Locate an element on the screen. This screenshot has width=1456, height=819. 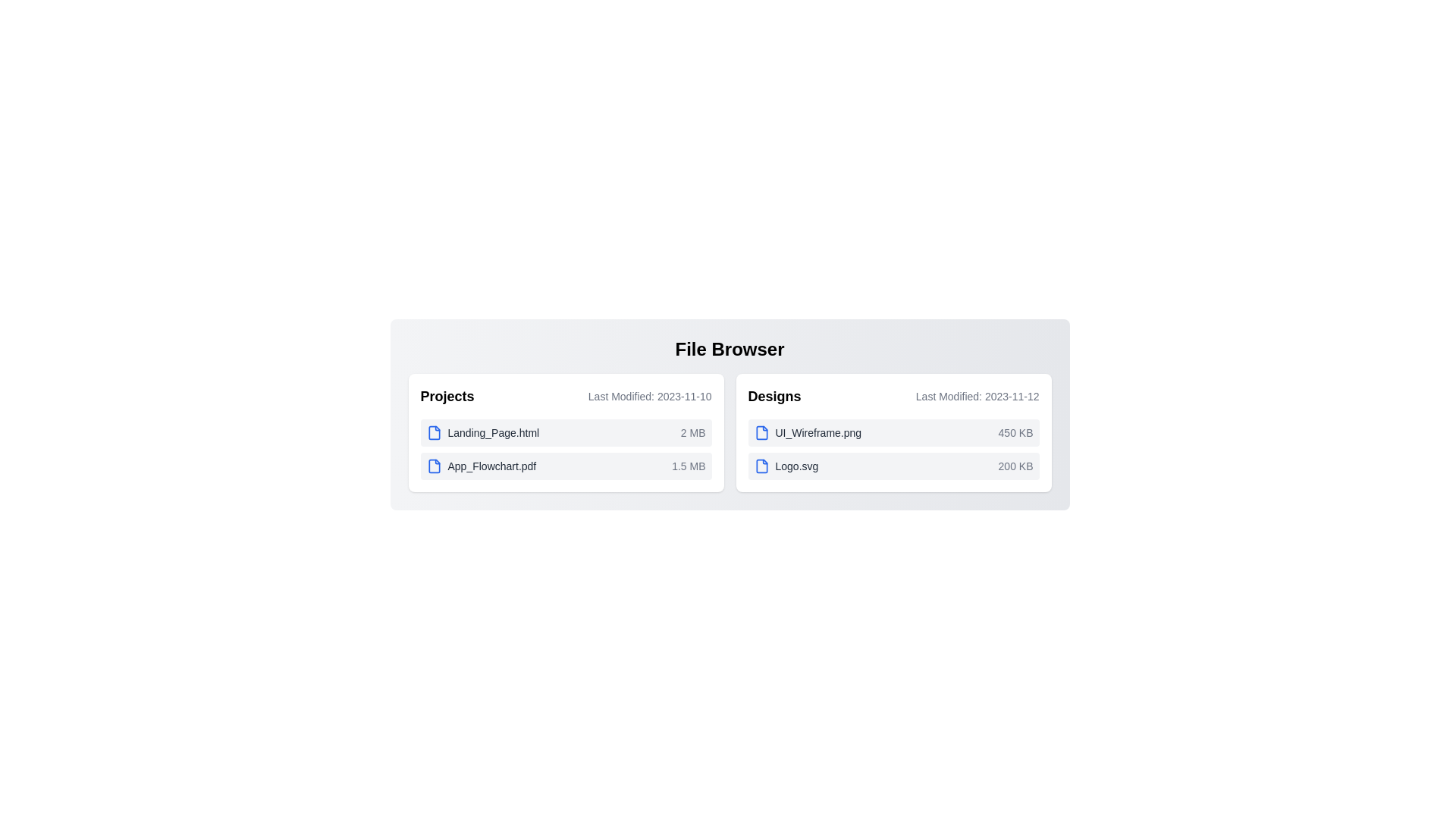
the file entry Logo.svg to highlight it is located at coordinates (893, 465).